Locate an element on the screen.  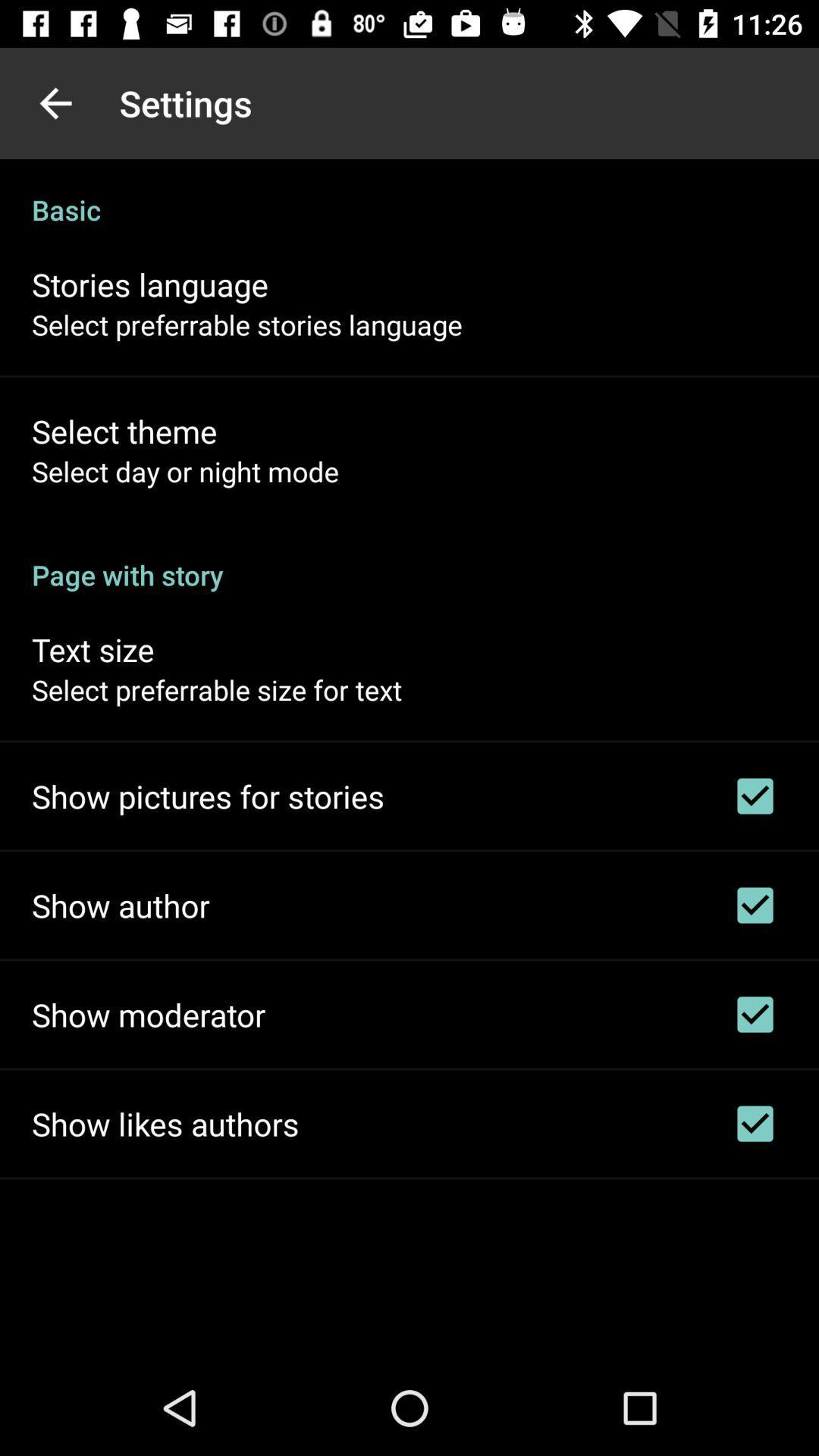
the page with story icon is located at coordinates (409, 558).